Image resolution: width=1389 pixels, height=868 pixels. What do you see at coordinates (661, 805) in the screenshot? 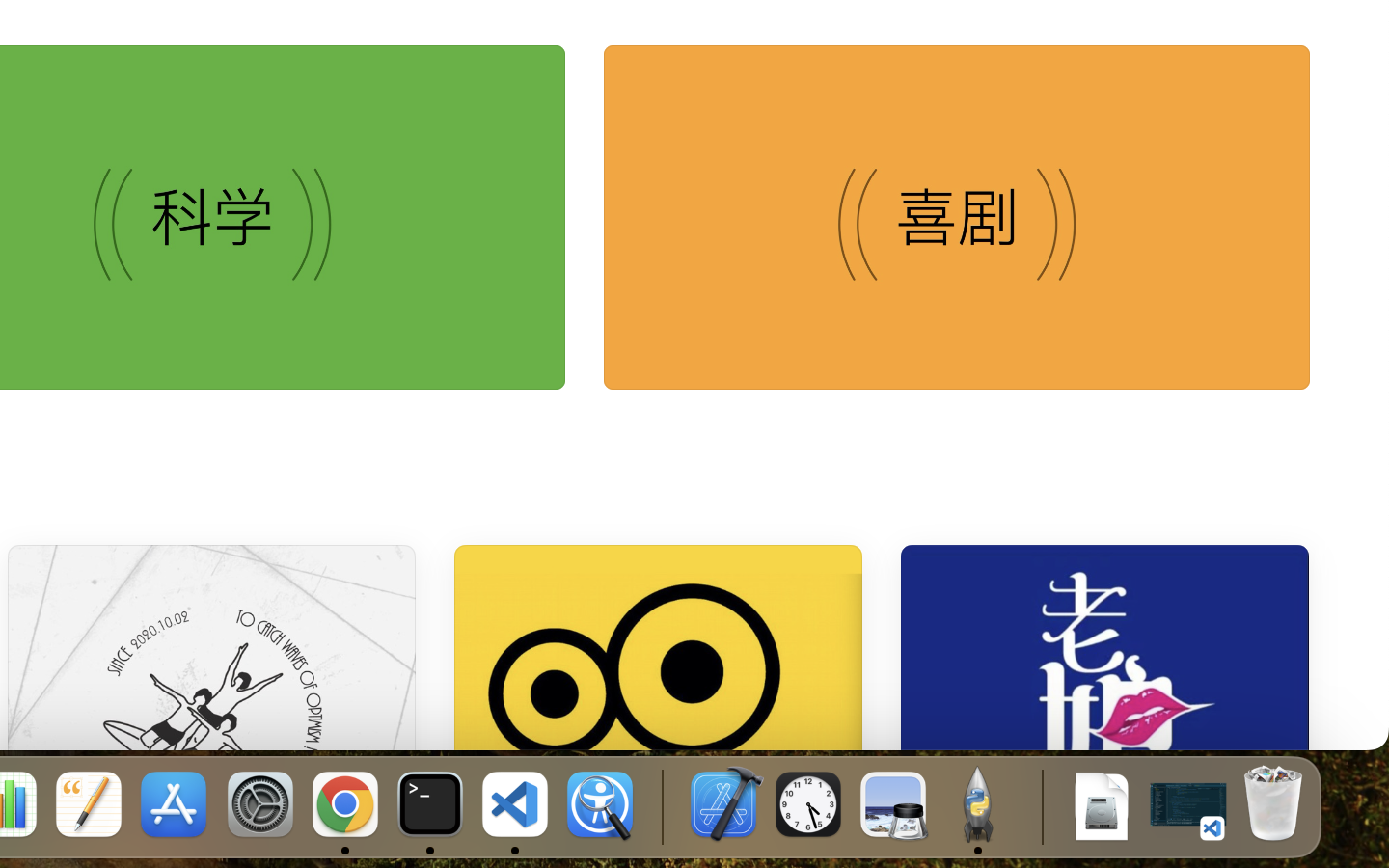
I see `'0.4285714328289032'` at bounding box center [661, 805].